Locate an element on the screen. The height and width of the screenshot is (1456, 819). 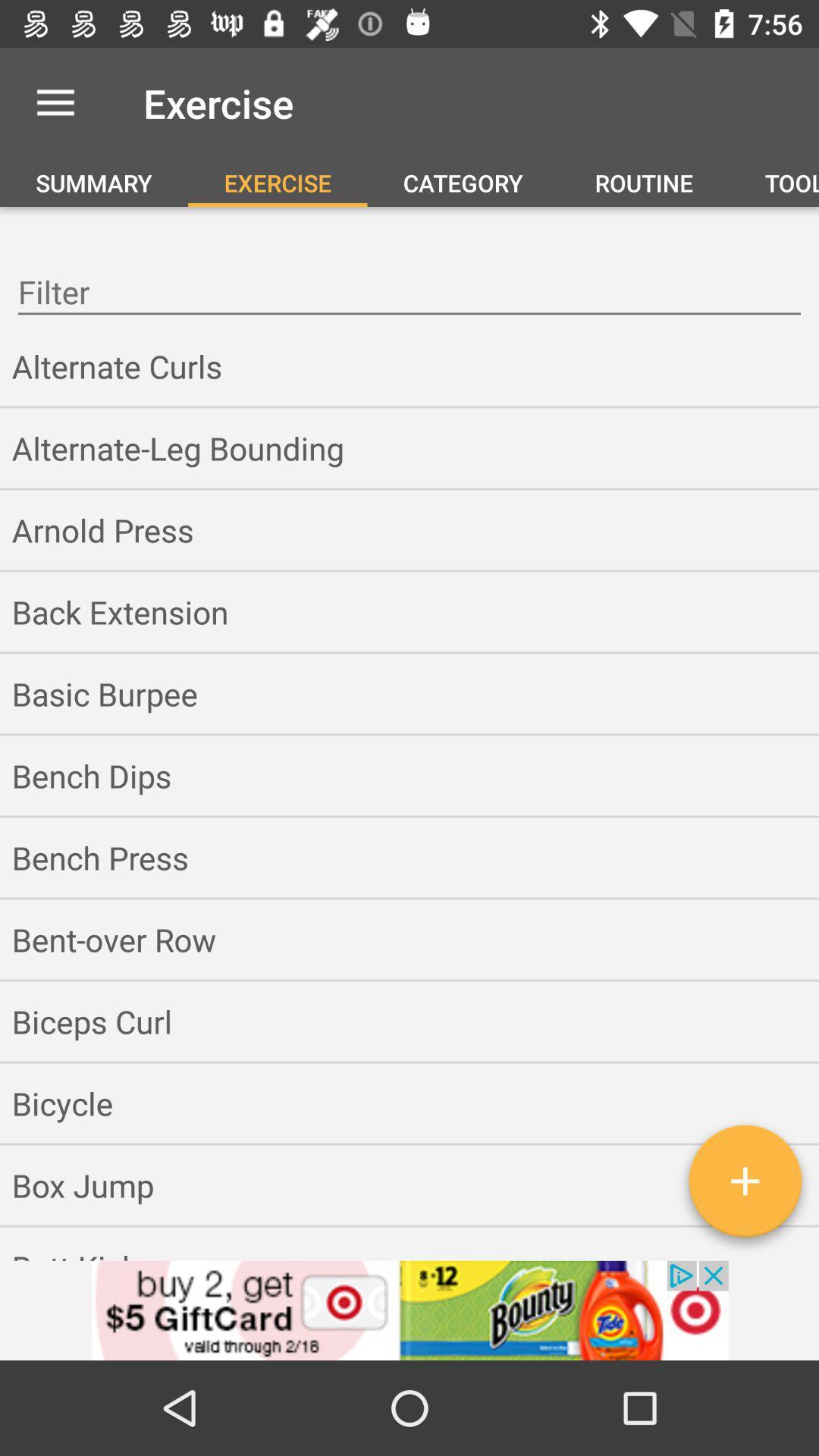
the option is located at coordinates (409, 1310).